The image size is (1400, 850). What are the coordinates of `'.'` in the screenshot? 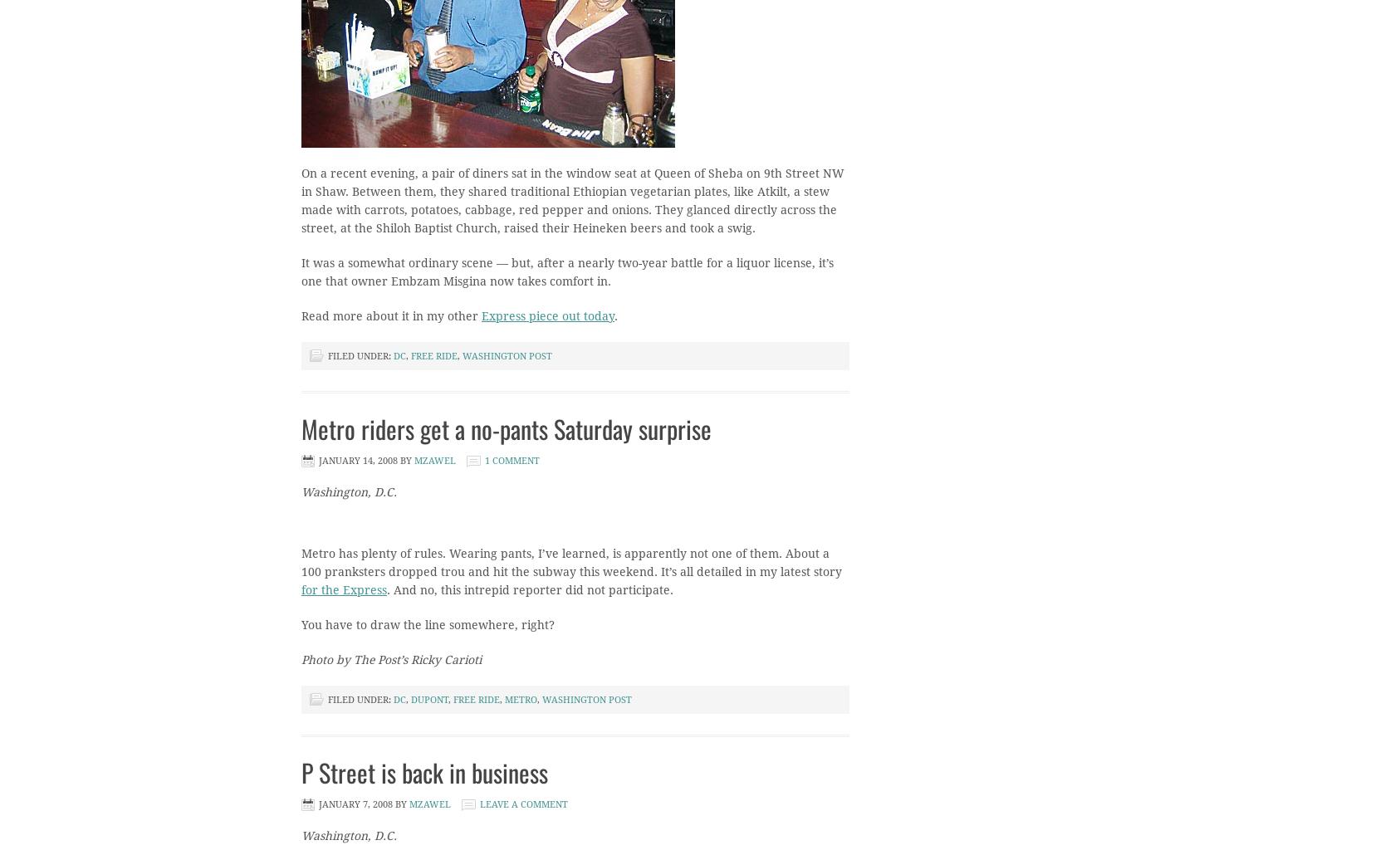 It's located at (616, 316).